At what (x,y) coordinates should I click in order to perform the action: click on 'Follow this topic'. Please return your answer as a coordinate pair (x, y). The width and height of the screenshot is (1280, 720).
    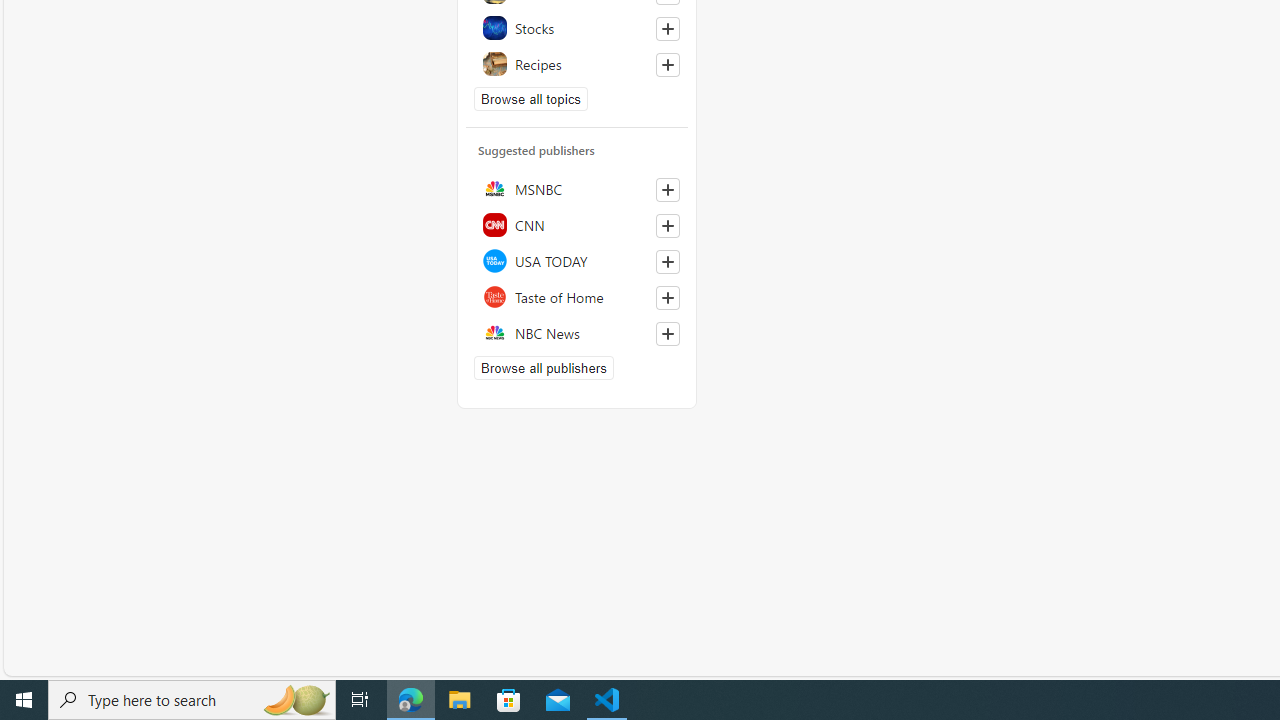
    Looking at the image, I should click on (667, 64).